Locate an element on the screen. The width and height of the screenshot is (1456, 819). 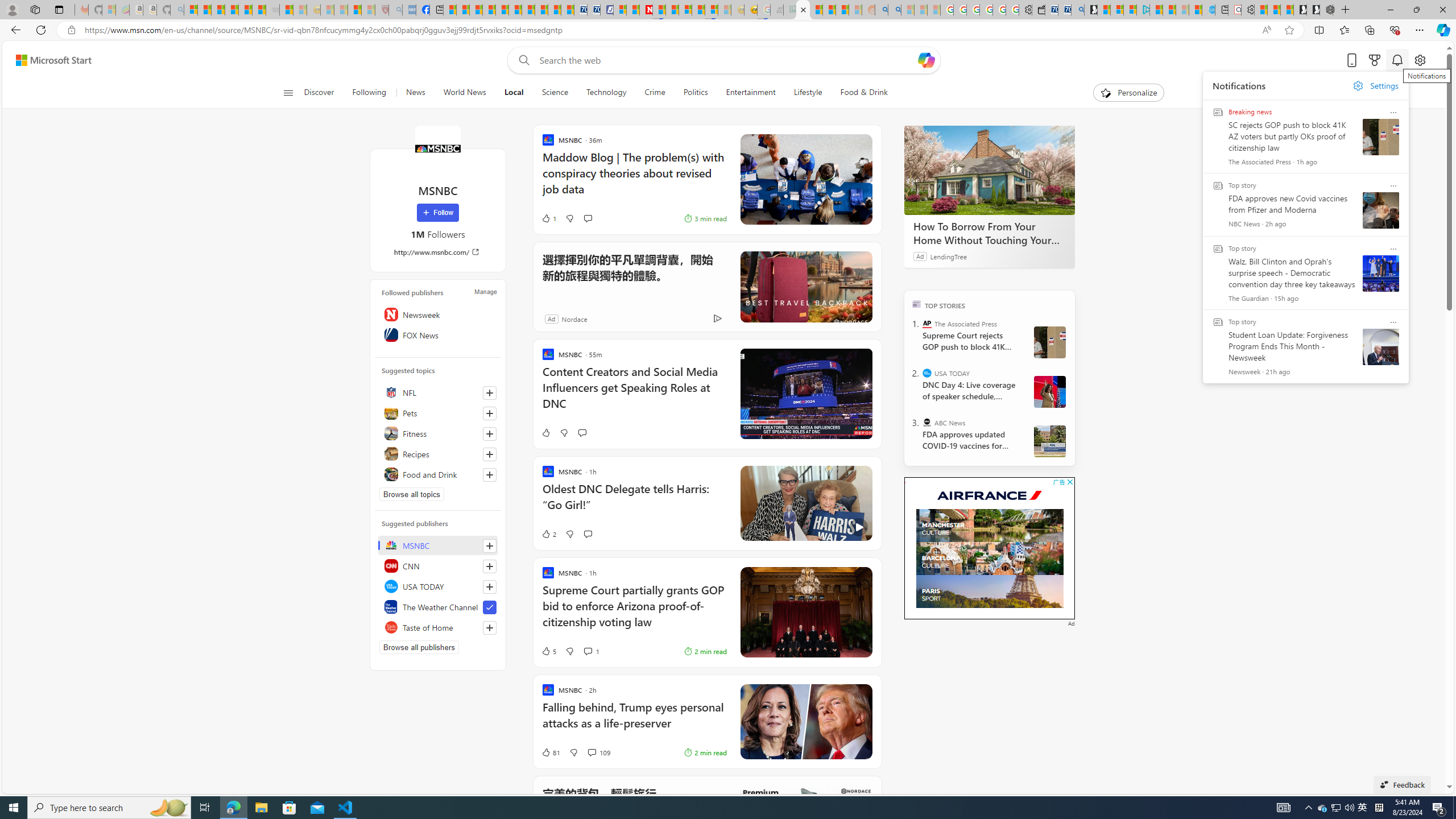
'Recipes - MSN - Sleeping' is located at coordinates (327, 9).